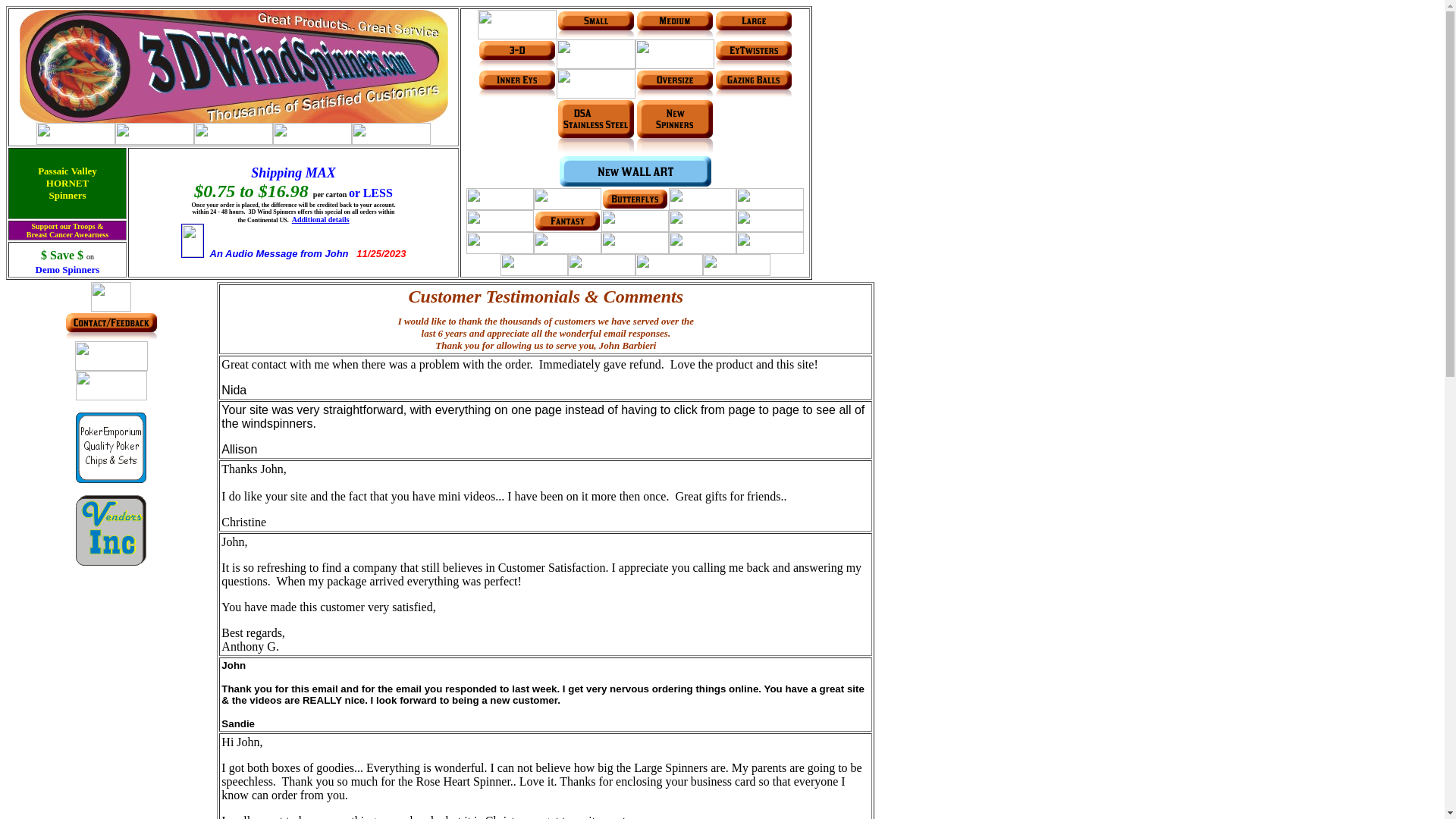  I want to click on 'An Audio Message from John', so click(279, 253).